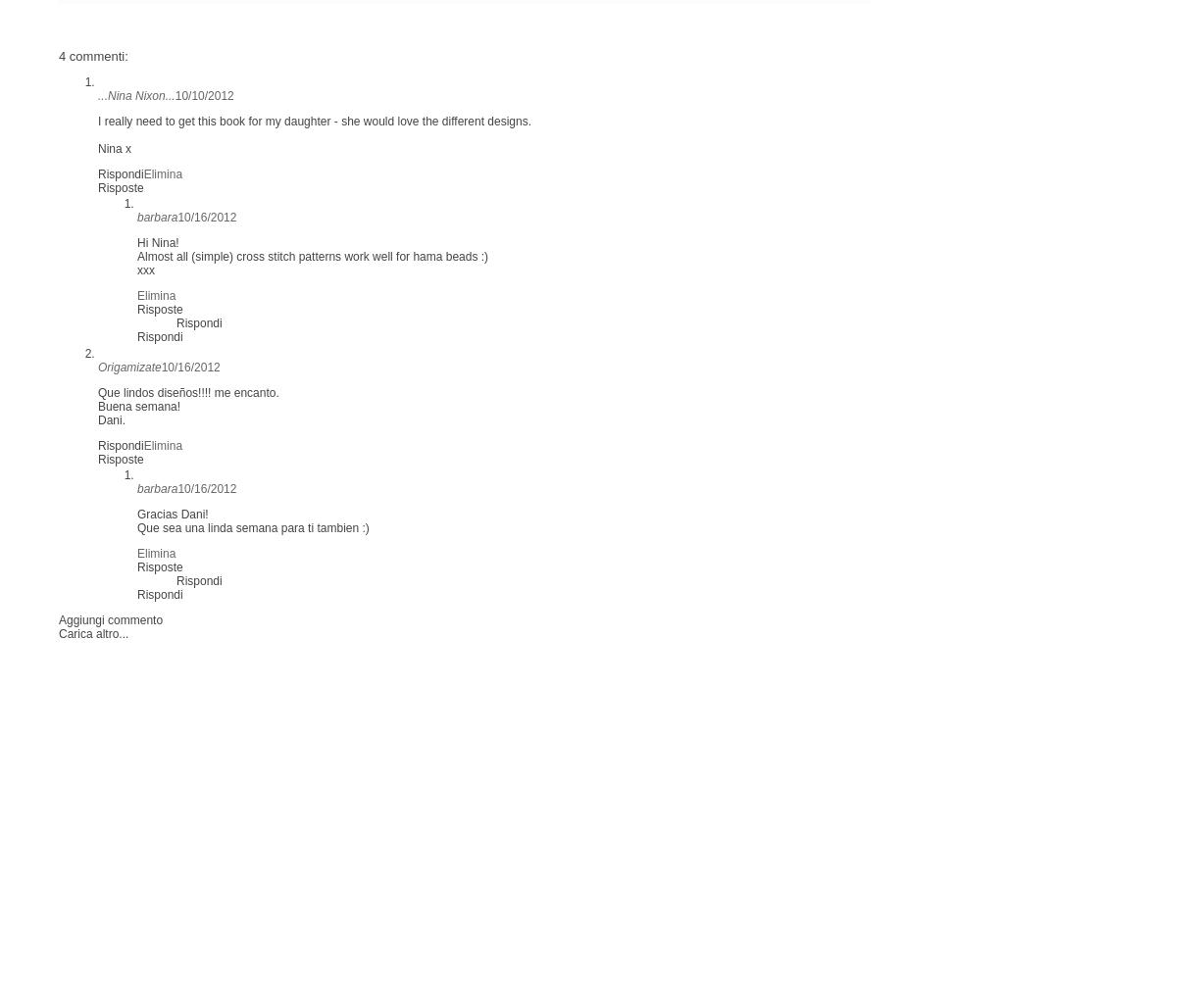  What do you see at coordinates (203, 94) in the screenshot?
I see `'10/10/2012'` at bounding box center [203, 94].